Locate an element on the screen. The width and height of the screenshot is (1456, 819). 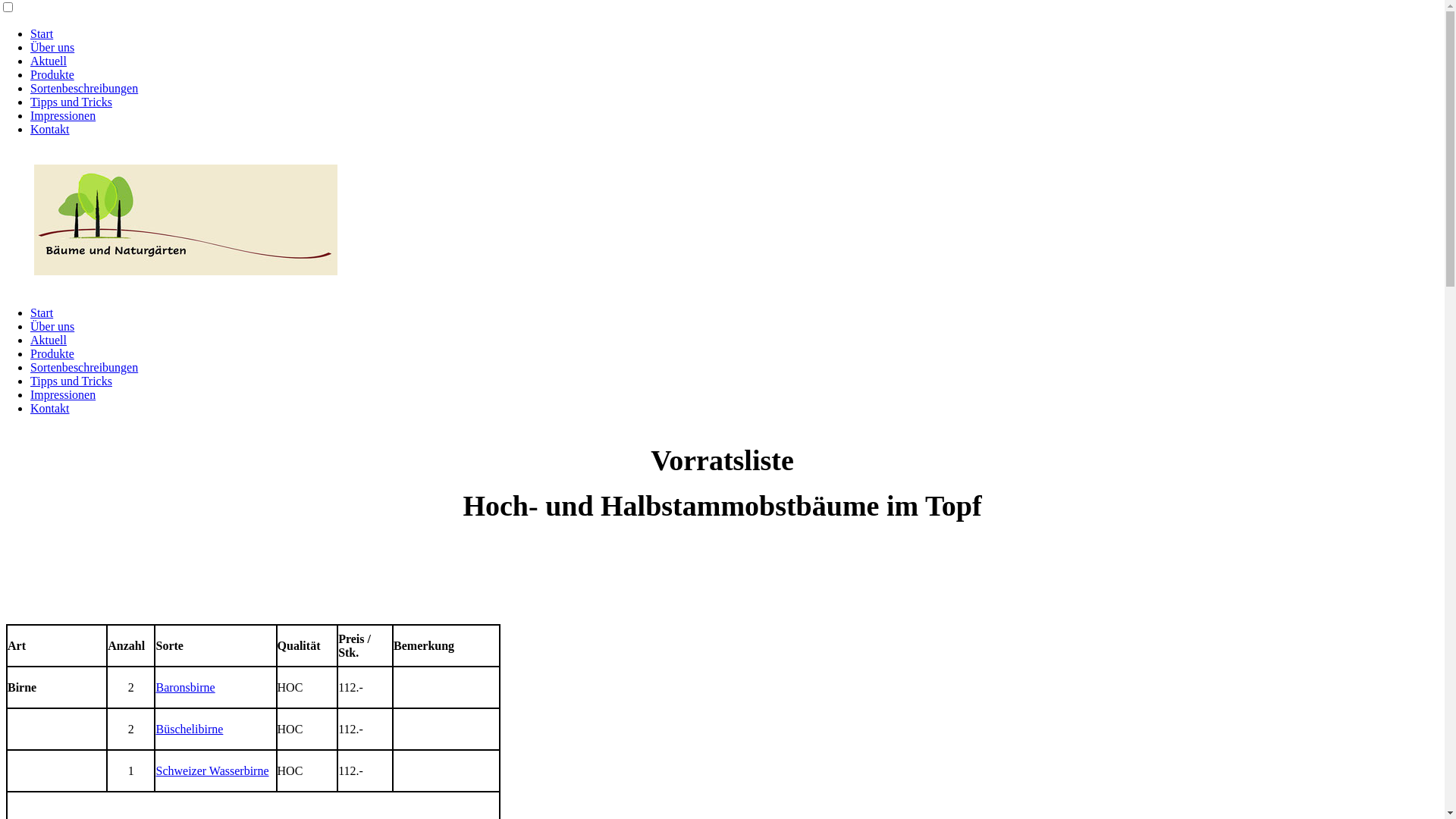
'Tipps und Tricks' is located at coordinates (71, 380).